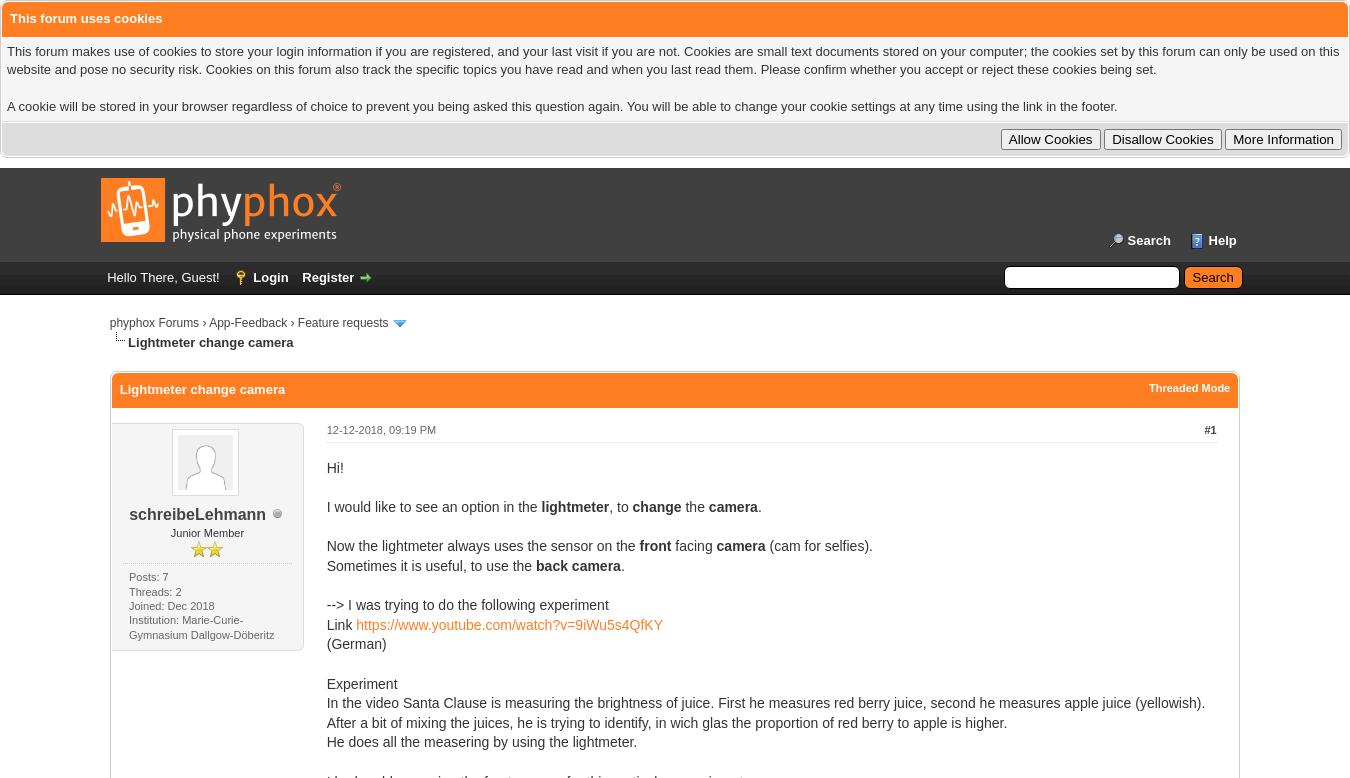 Image resolution: width=1350 pixels, height=778 pixels. Describe the element at coordinates (431, 565) in the screenshot. I see `'Sometimes it is useful, to use the'` at that location.